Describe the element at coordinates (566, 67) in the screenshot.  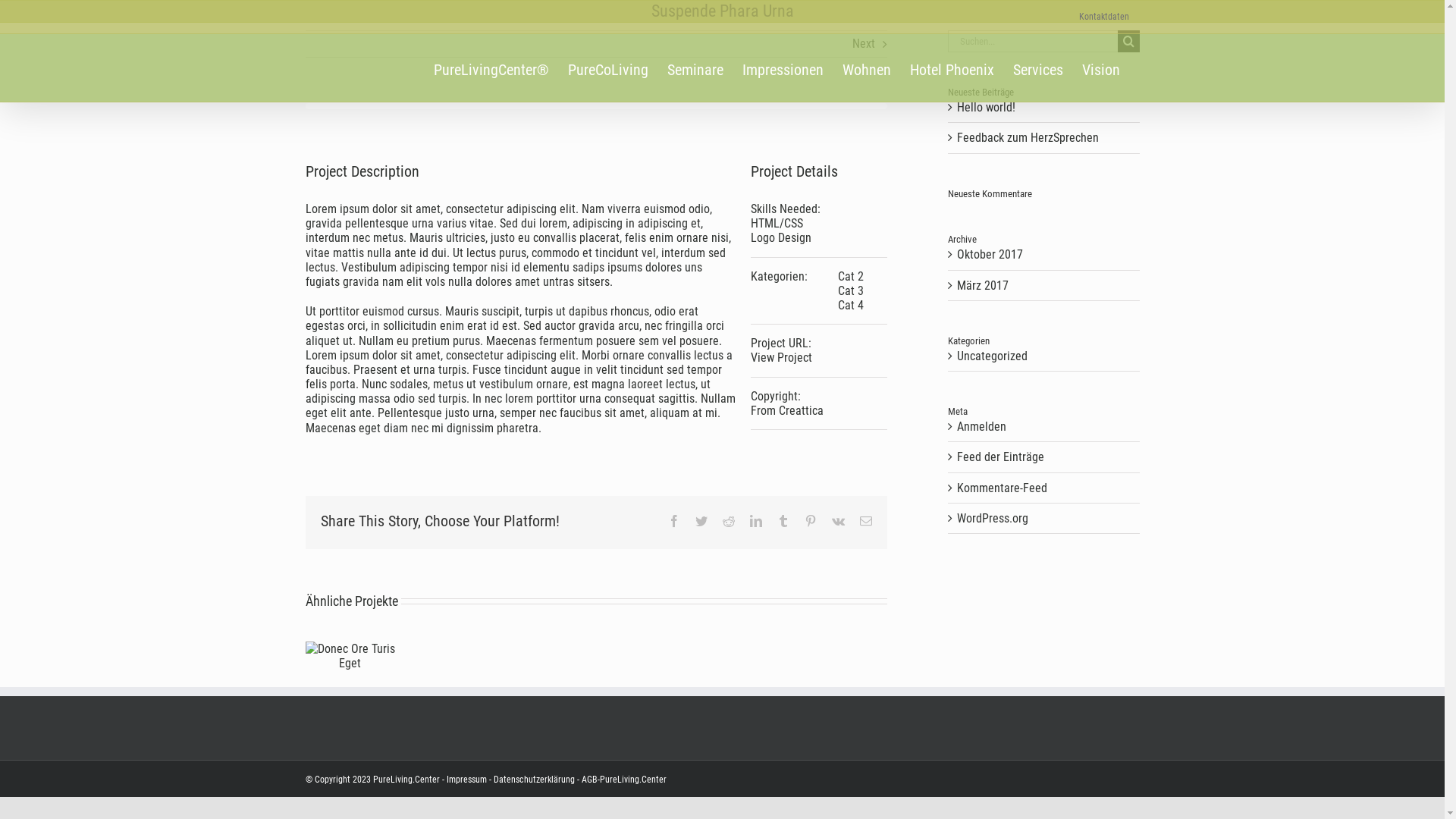
I see `'PureCoLiving'` at that location.